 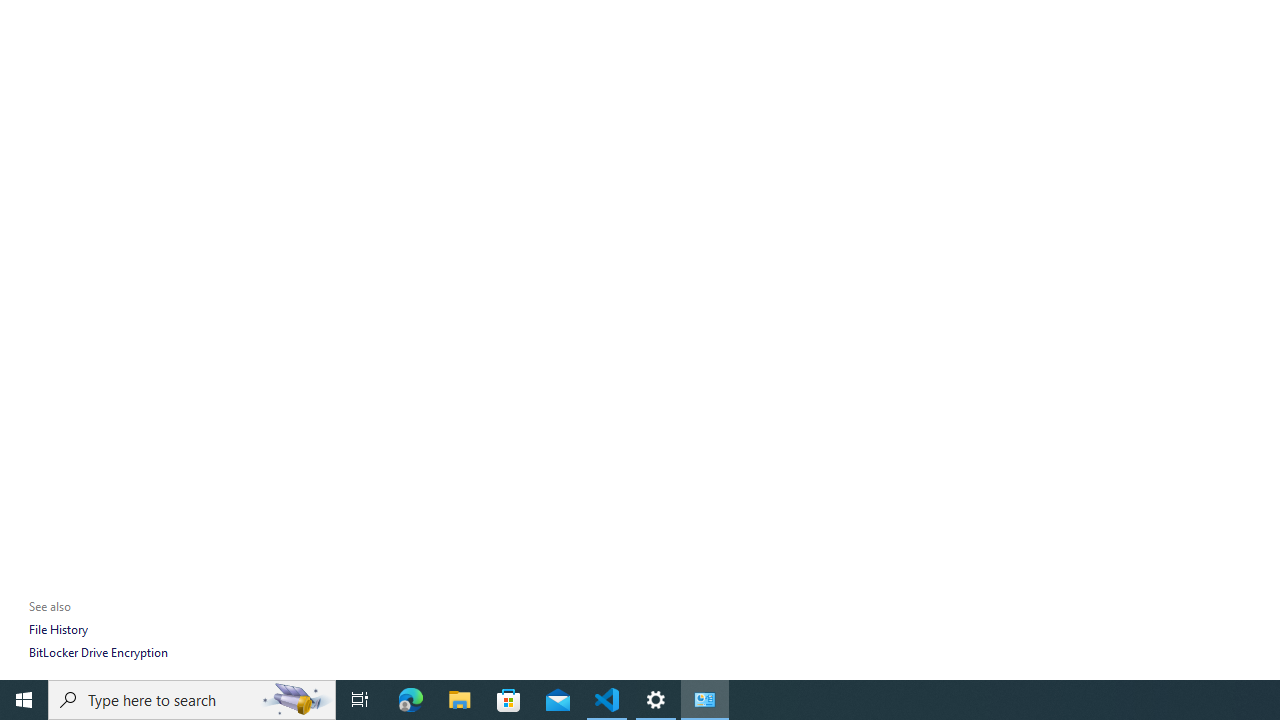 I want to click on 'BitLocker Drive Encryption', so click(x=97, y=652).